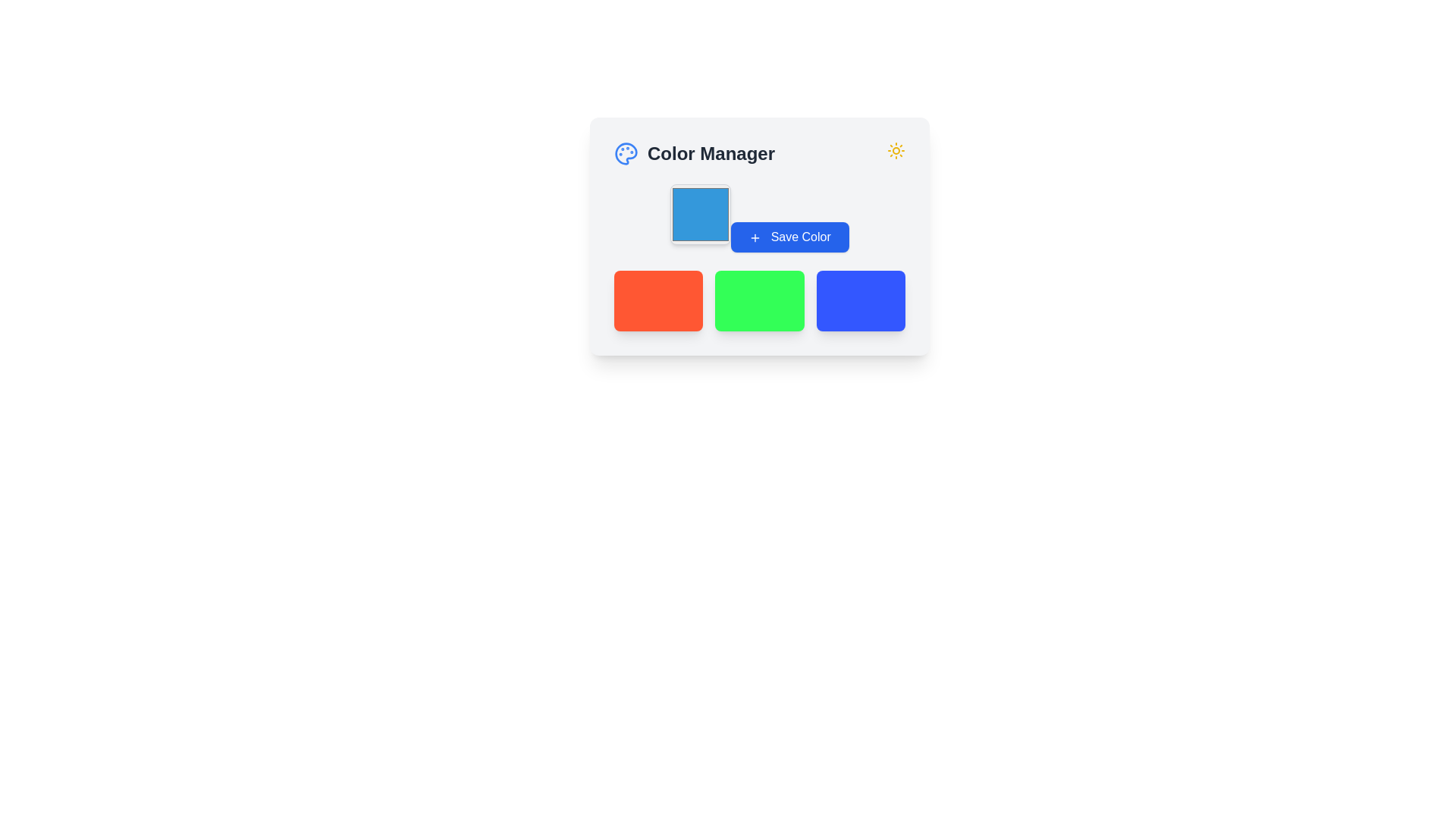 This screenshot has height=819, width=1456. I want to click on the static text label indicating 'Color Manager' located to the right of the graphical color palette icon in the top region of the interface, so click(711, 154).